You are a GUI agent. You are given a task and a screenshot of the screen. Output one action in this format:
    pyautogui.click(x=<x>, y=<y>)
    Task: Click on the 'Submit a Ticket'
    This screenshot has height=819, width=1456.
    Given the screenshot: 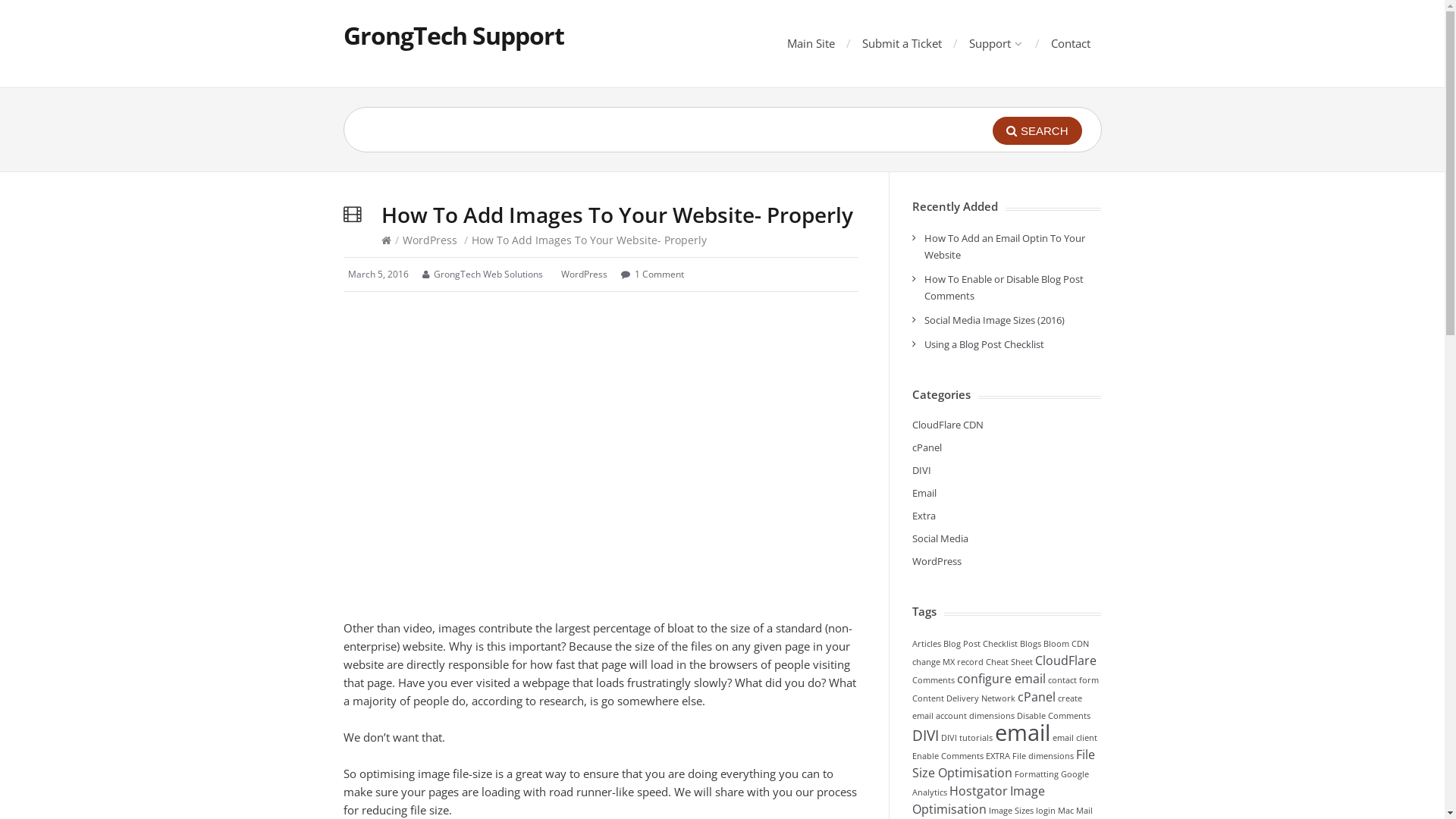 What is the action you would take?
    pyautogui.click(x=901, y=42)
    